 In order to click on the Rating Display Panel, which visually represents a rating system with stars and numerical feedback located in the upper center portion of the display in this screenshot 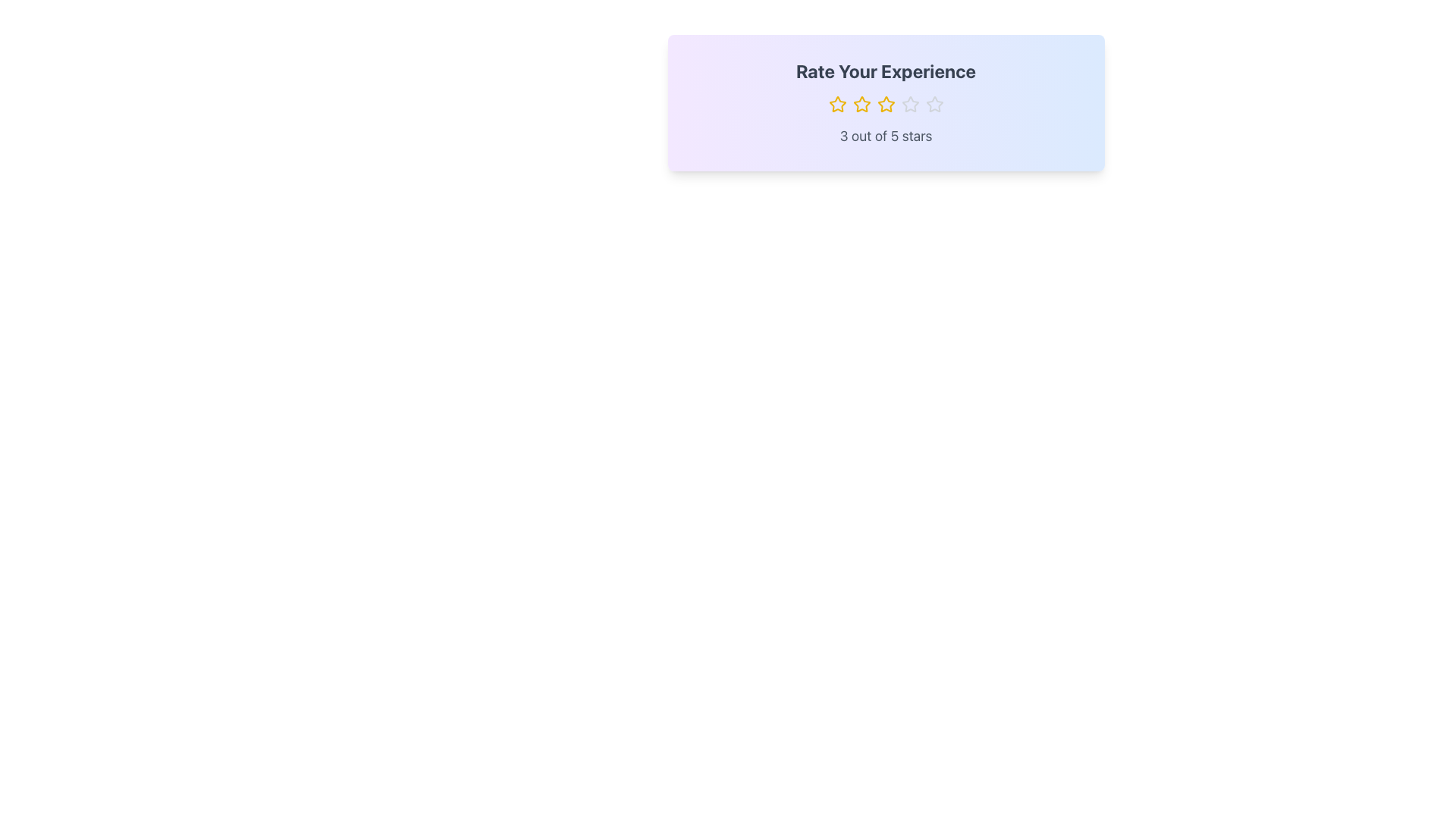, I will do `click(886, 102)`.